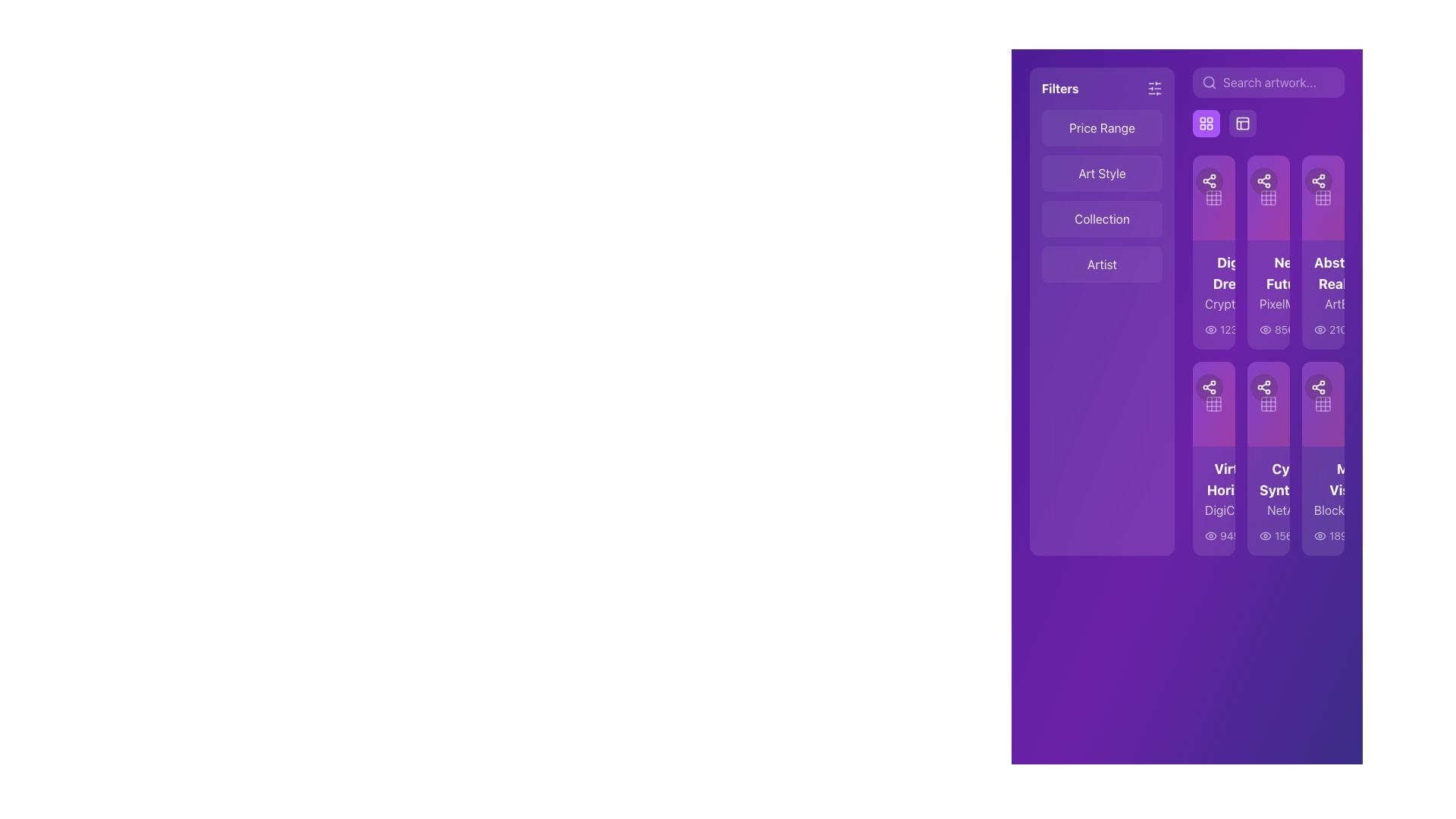 The width and height of the screenshot is (1456, 819). What do you see at coordinates (1278, 329) in the screenshot?
I see `the hollow circular shape within the information icon located in the second column of the content grid` at bounding box center [1278, 329].